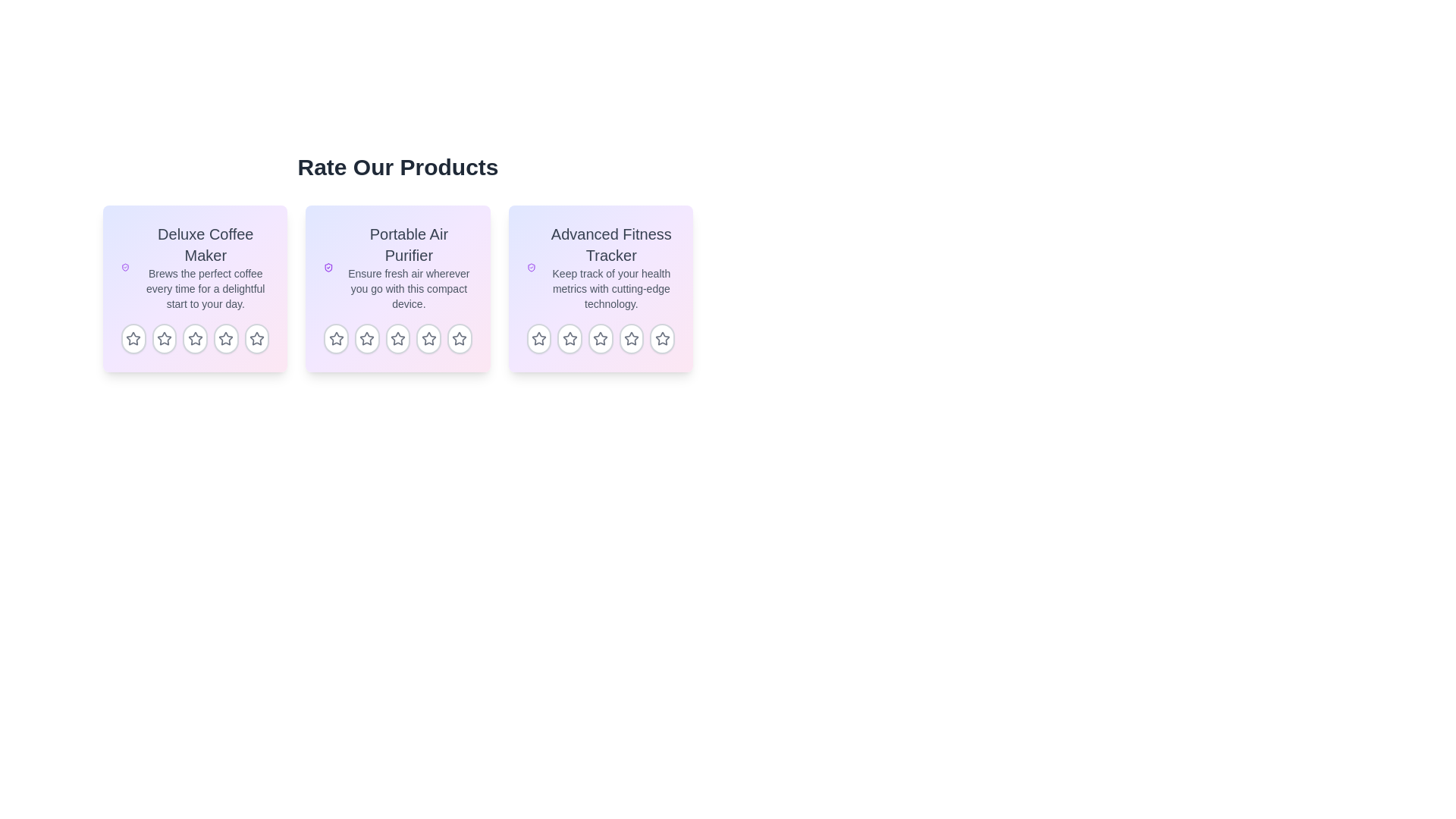 The width and height of the screenshot is (1456, 819). Describe the element at coordinates (335, 338) in the screenshot. I see `the first star button in the rating control beneath the subtitle 'Portable Air Purifier' to provide visual feedback for the product rating` at that location.